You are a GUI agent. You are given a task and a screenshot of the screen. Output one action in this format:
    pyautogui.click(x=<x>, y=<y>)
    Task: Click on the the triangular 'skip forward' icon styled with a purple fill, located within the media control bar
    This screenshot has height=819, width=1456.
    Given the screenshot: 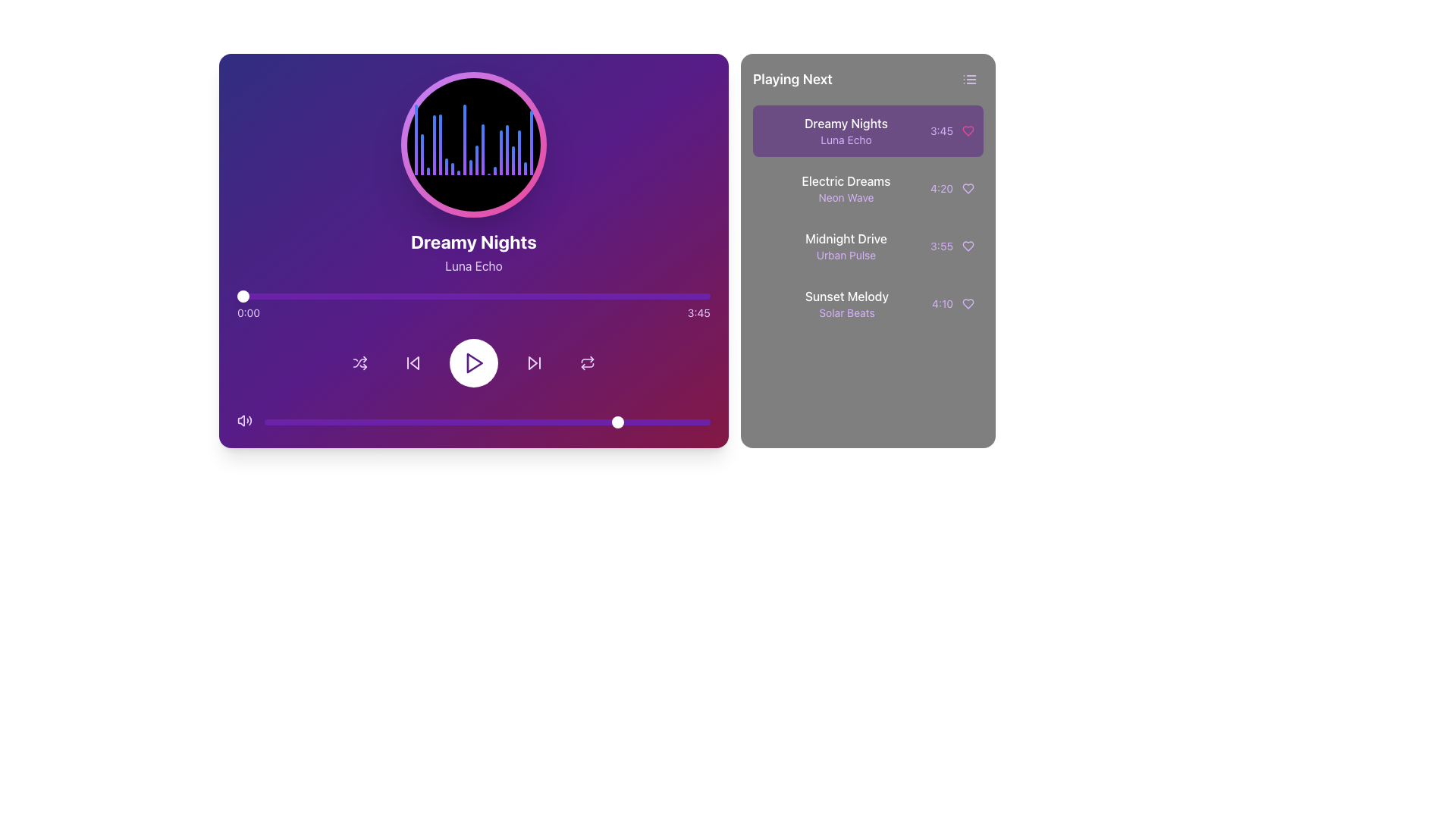 What is the action you would take?
    pyautogui.click(x=532, y=362)
    